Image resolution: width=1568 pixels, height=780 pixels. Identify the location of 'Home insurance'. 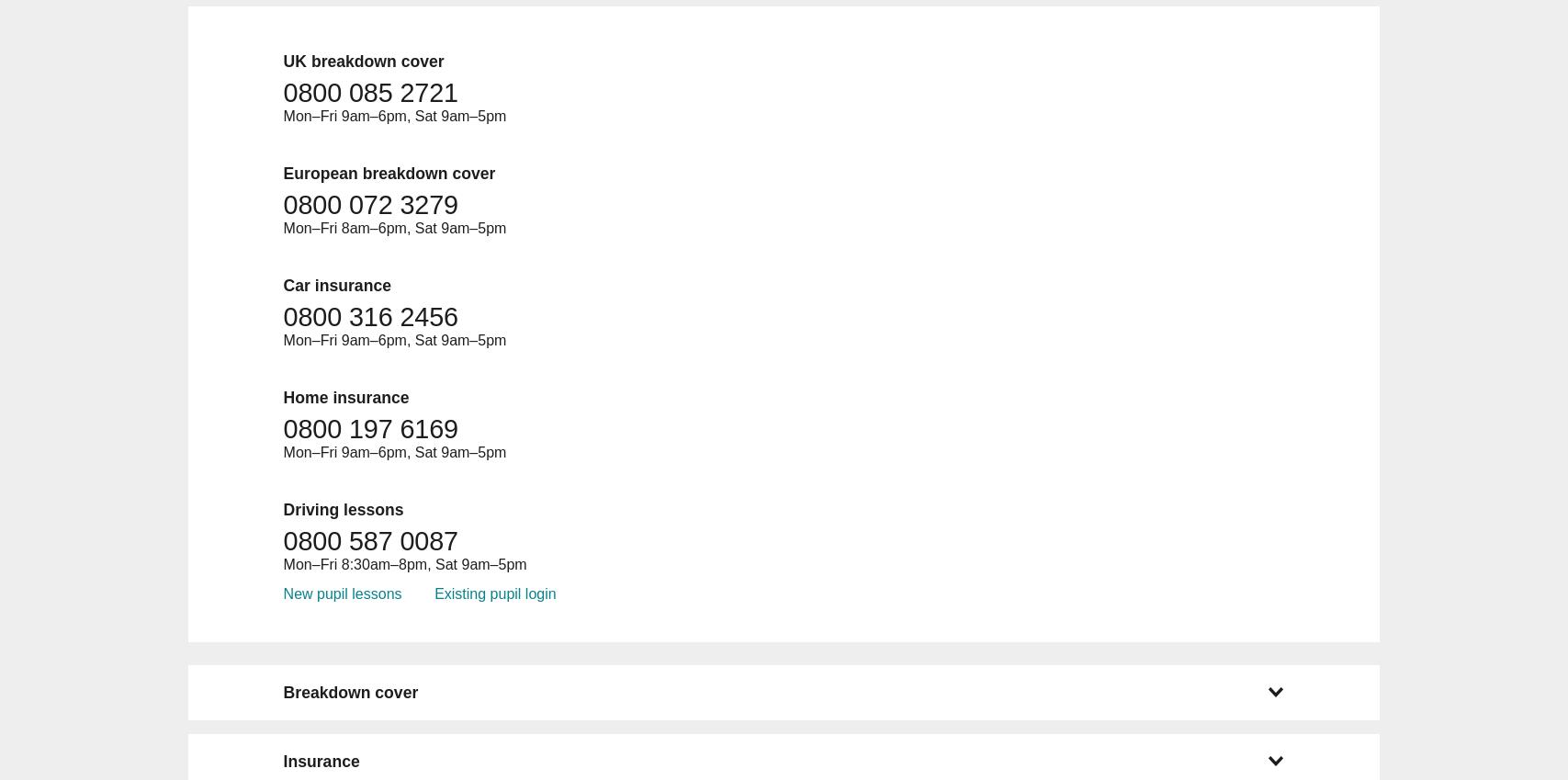
(345, 396).